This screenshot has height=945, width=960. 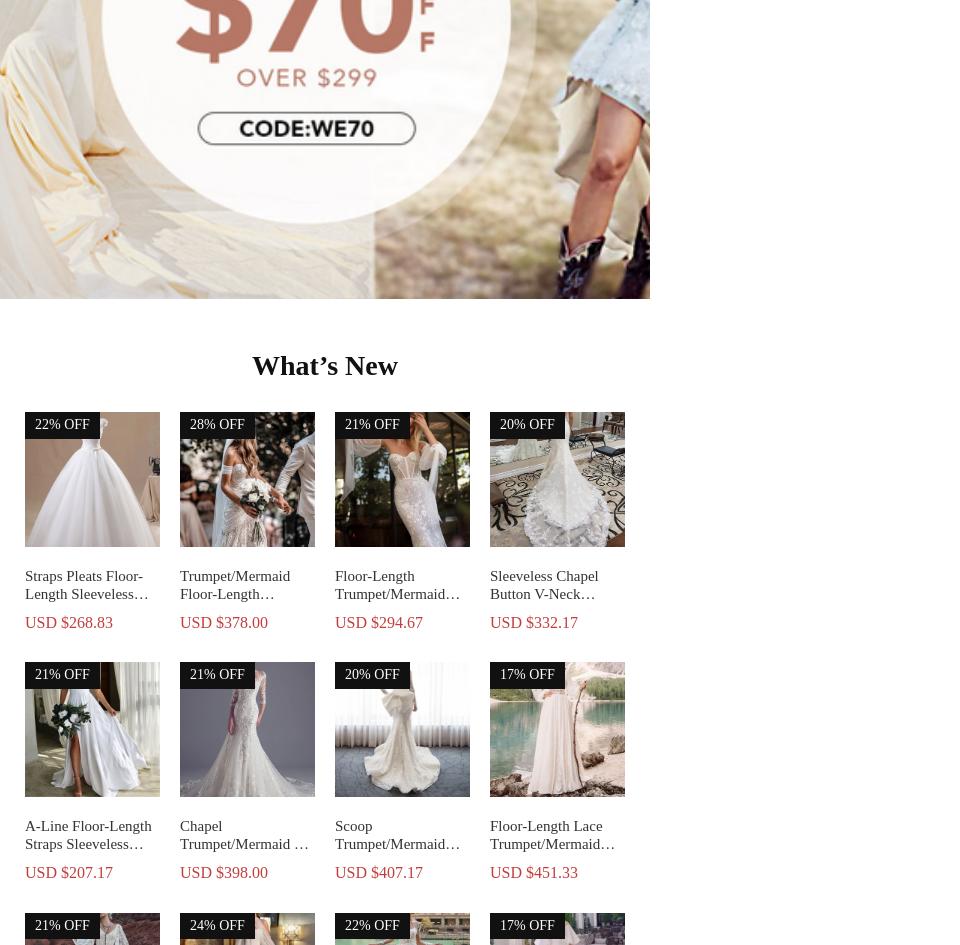 What do you see at coordinates (235, 594) in the screenshot?
I see `'Trumpet/Mermaid Floor-Length Wedding Dress'` at bounding box center [235, 594].